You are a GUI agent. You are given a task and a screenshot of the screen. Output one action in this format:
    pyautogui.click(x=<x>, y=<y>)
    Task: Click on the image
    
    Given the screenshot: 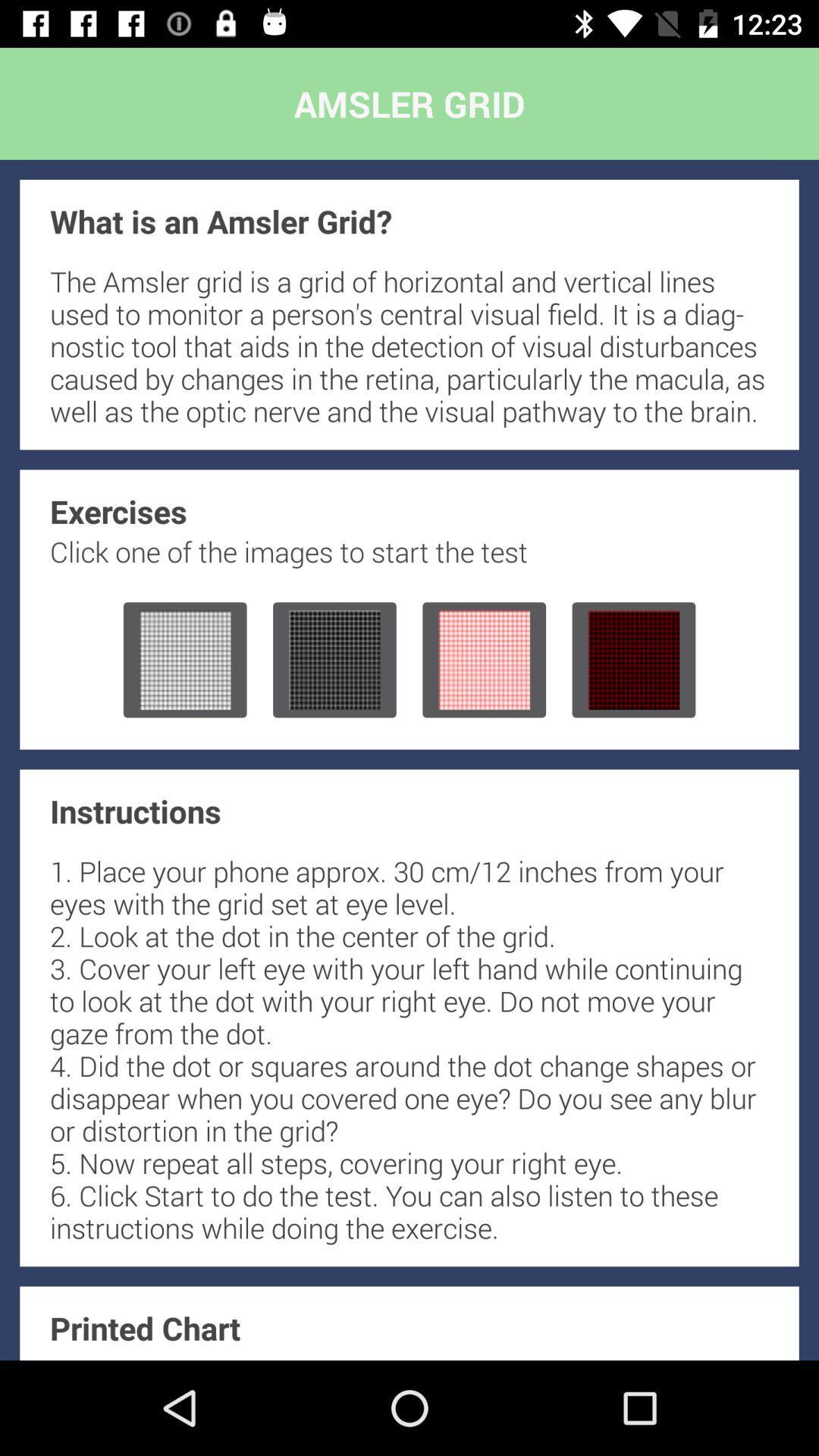 What is the action you would take?
    pyautogui.click(x=184, y=660)
    